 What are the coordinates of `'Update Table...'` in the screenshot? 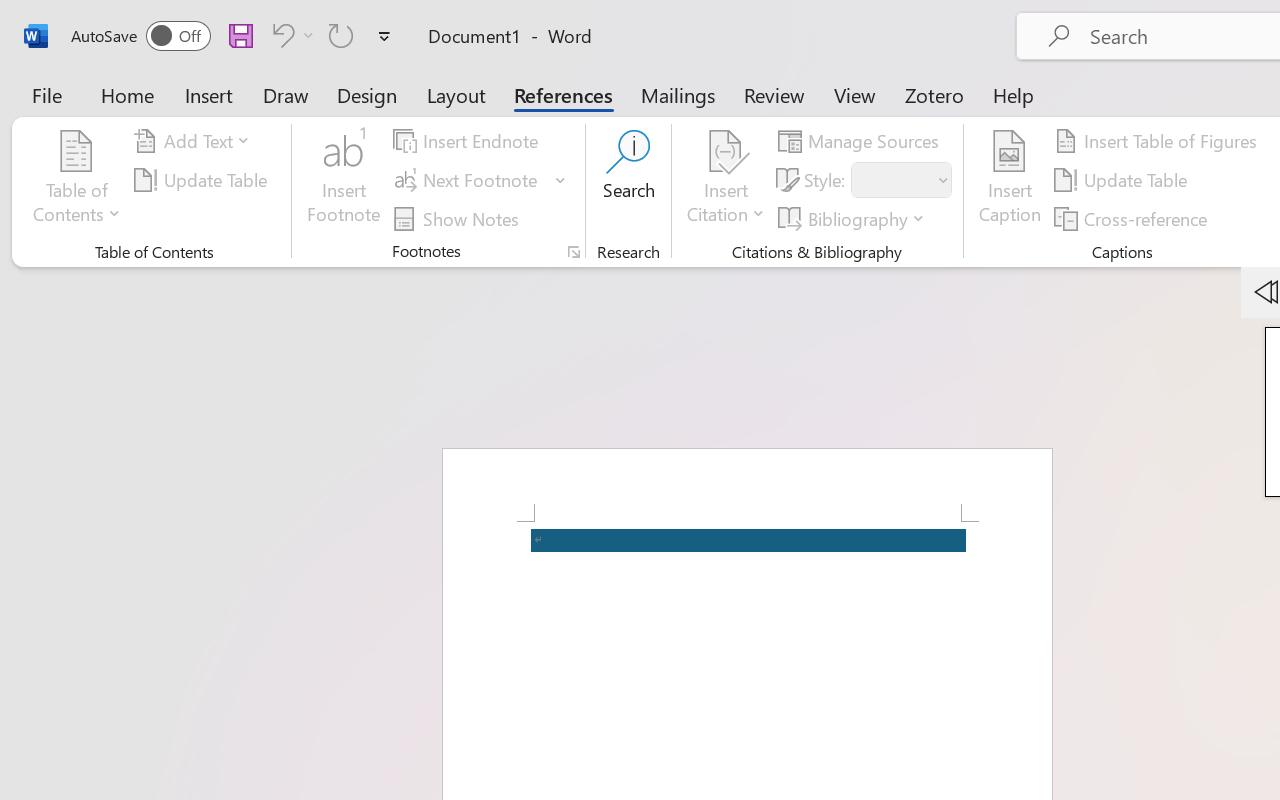 It's located at (204, 179).